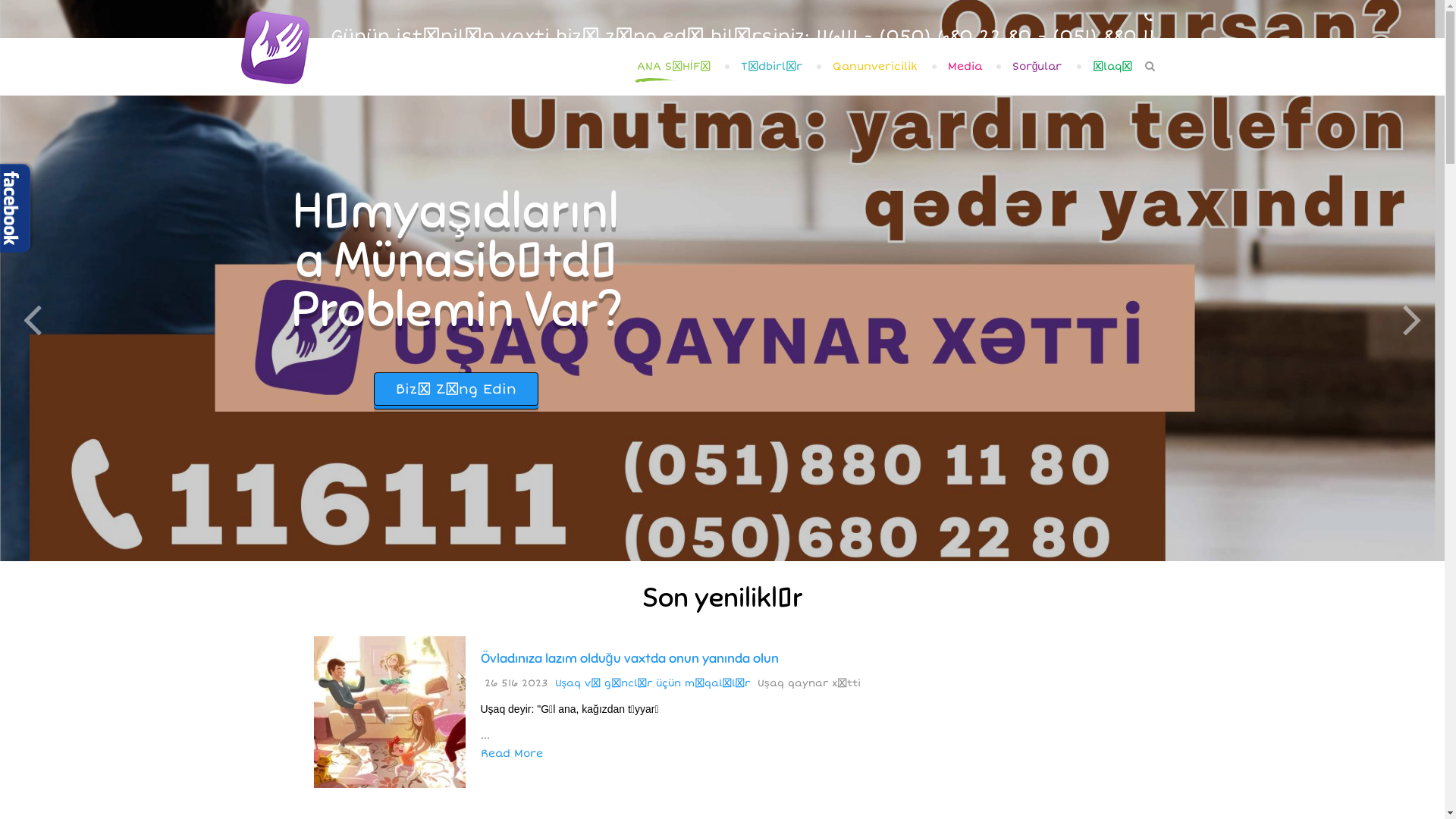 The height and width of the screenshot is (819, 1456). I want to click on 'Read More', so click(512, 753).